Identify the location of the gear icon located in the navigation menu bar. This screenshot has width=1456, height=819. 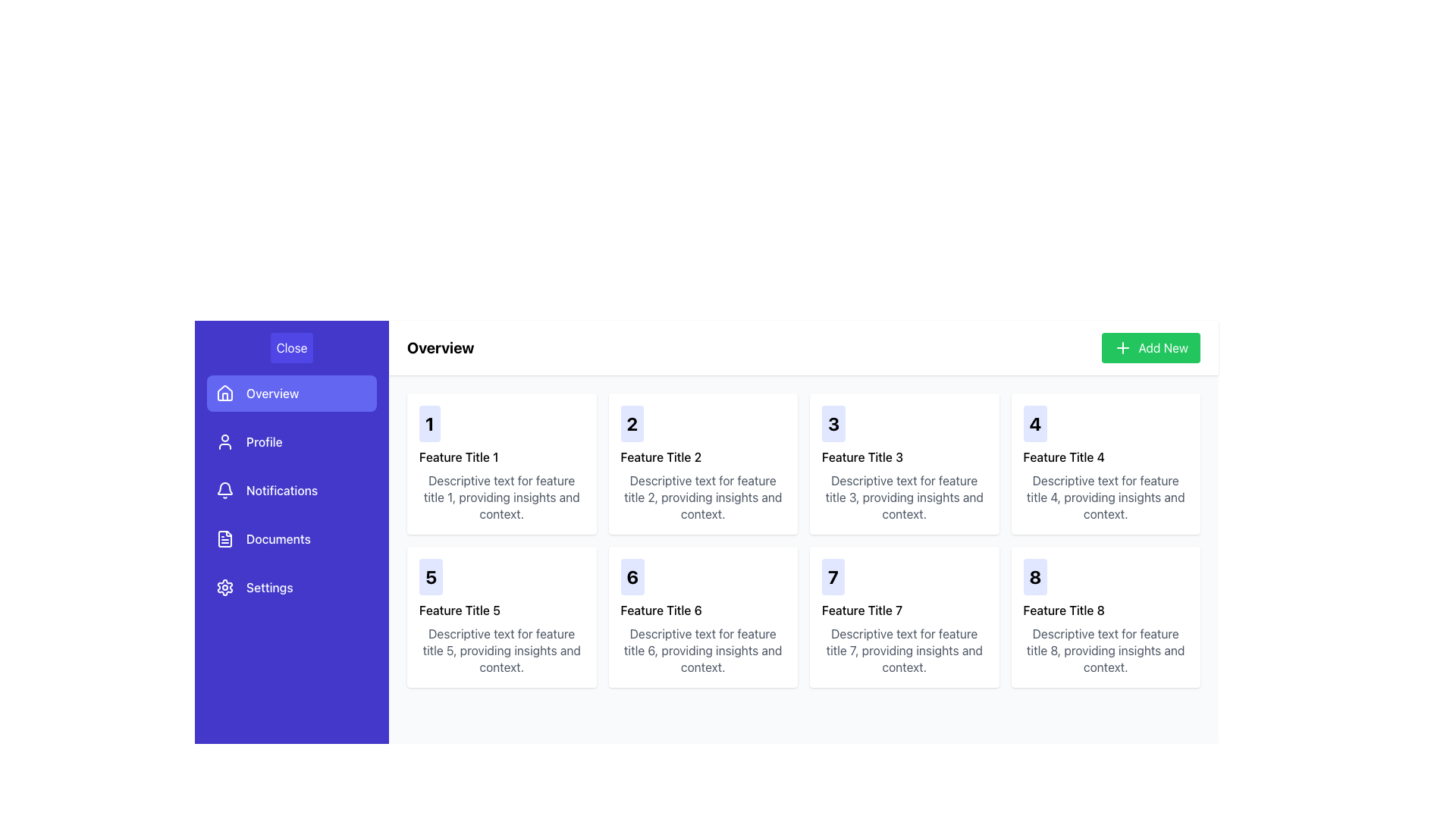
(224, 587).